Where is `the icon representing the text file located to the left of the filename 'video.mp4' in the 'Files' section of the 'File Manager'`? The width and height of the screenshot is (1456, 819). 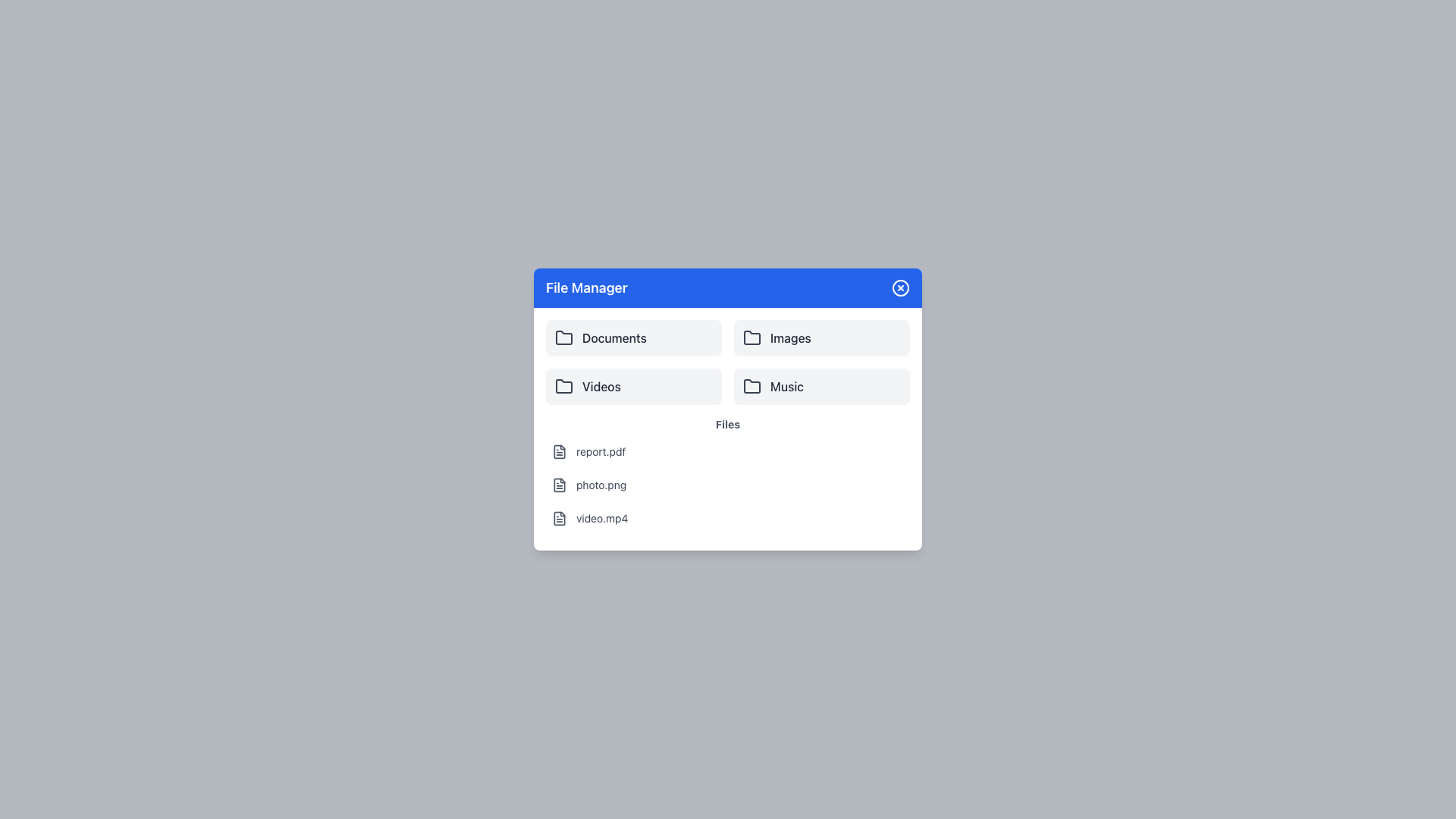 the icon representing the text file located to the left of the filename 'video.mp4' in the 'Files' section of the 'File Manager' is located at coordinates (559, 517).